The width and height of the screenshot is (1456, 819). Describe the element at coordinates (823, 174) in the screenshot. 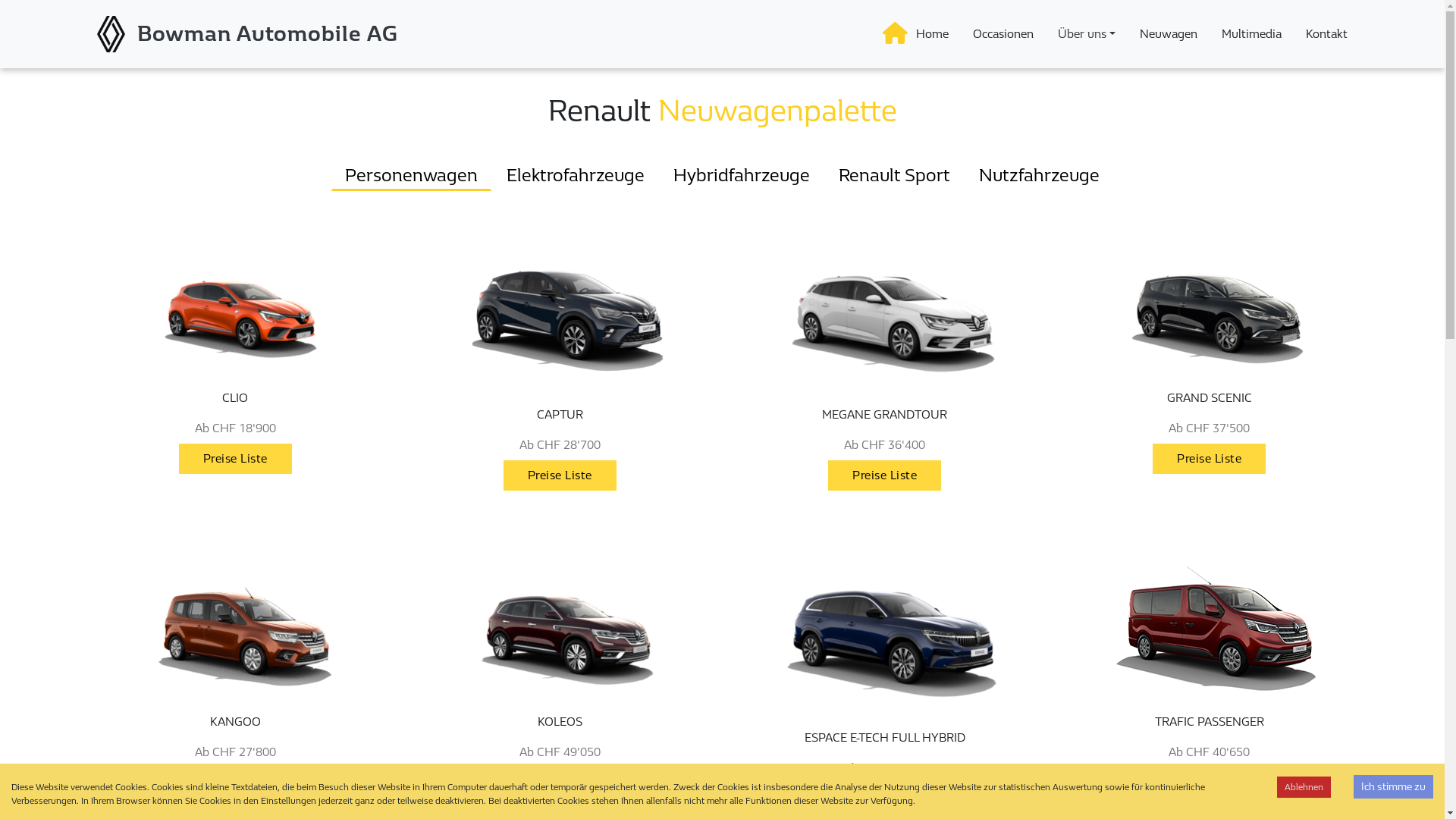

I see `'Renault Sport'` at that location.